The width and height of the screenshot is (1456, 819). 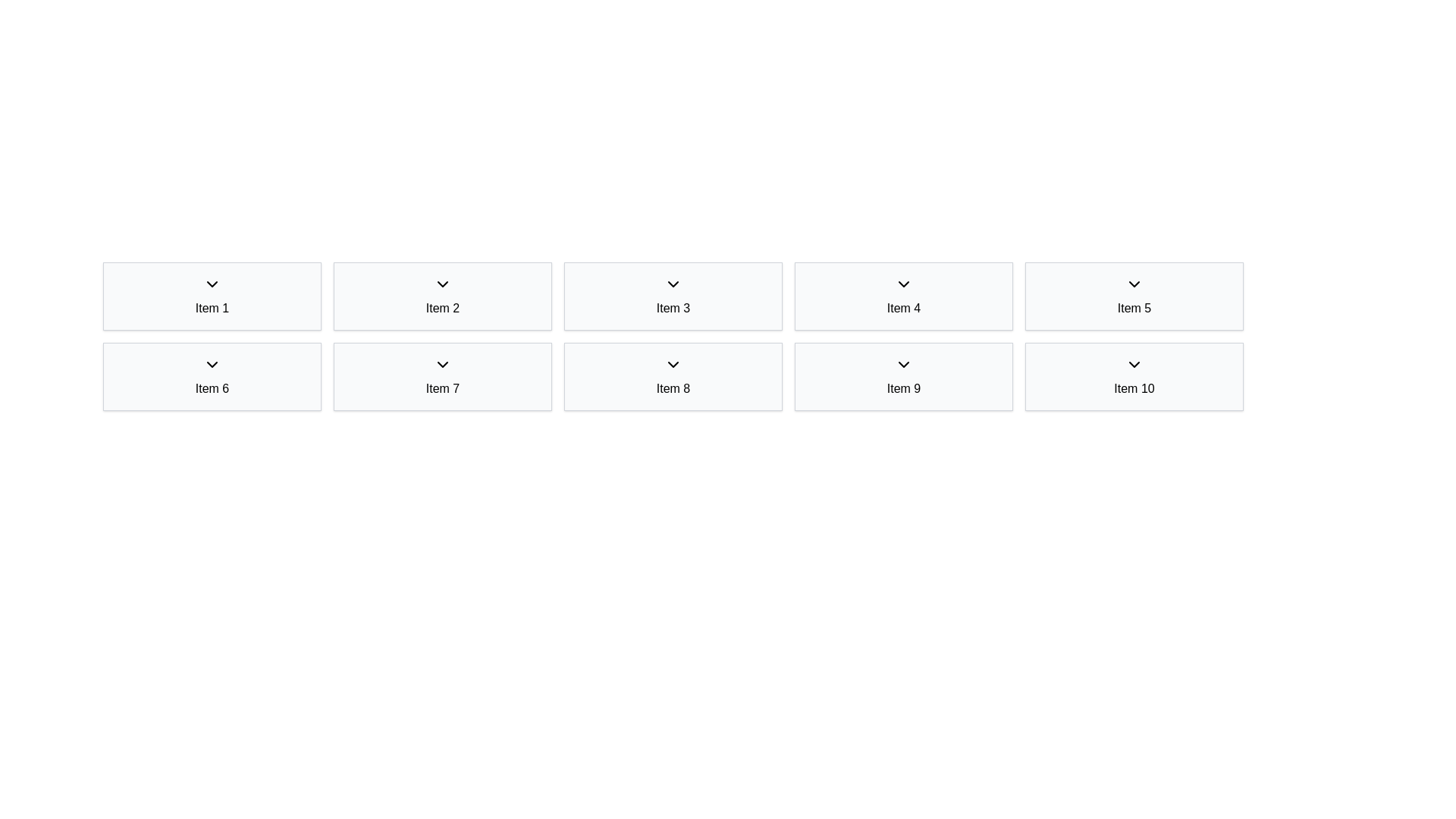 I want to click on the text label 'Item 9' displayed in a light gray rectangular section, so click(x=903, y=388).